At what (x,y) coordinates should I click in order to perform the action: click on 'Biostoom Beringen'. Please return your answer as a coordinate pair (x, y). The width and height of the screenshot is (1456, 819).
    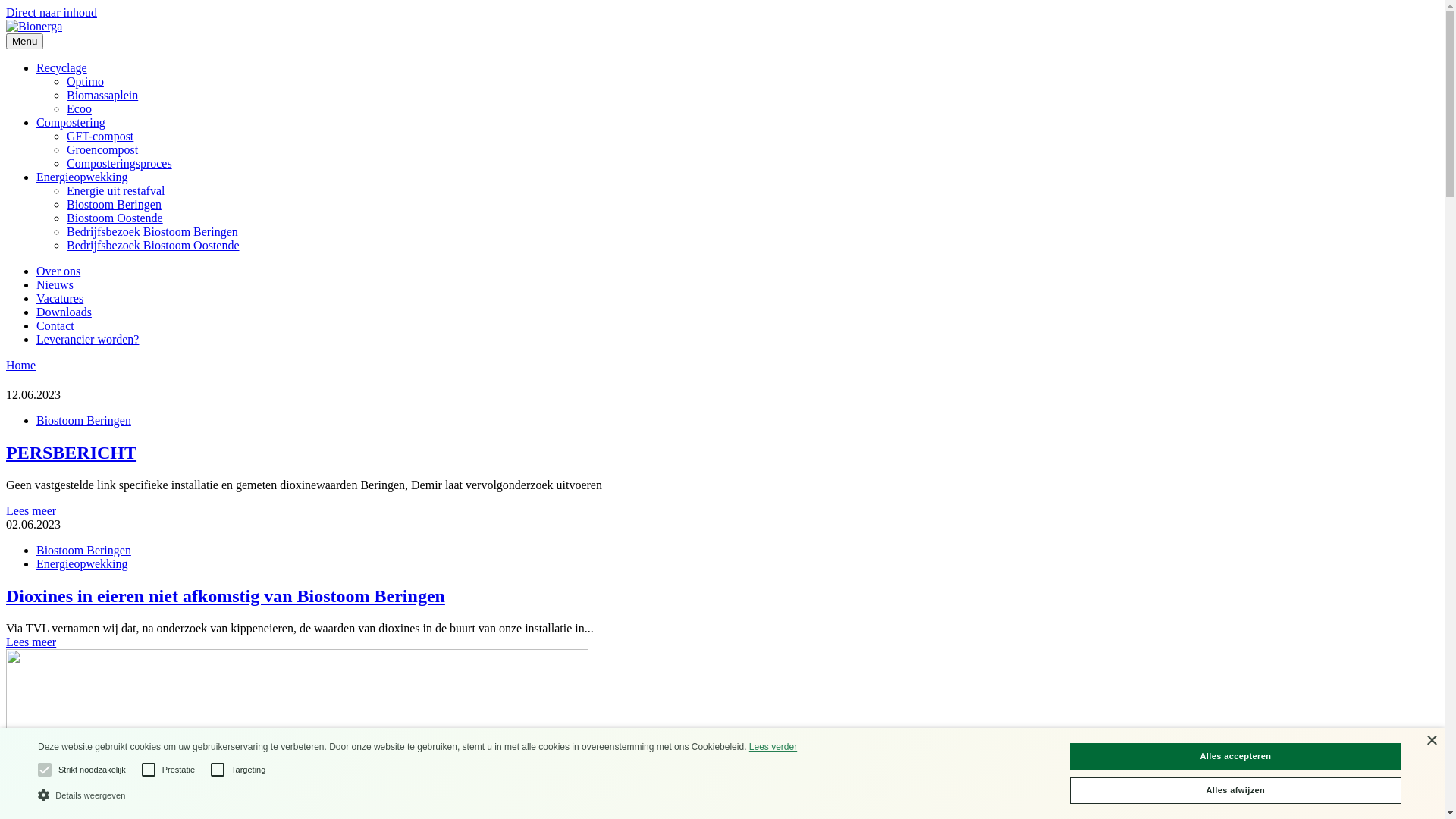
    Looking at the image, I should click on (83, 550).